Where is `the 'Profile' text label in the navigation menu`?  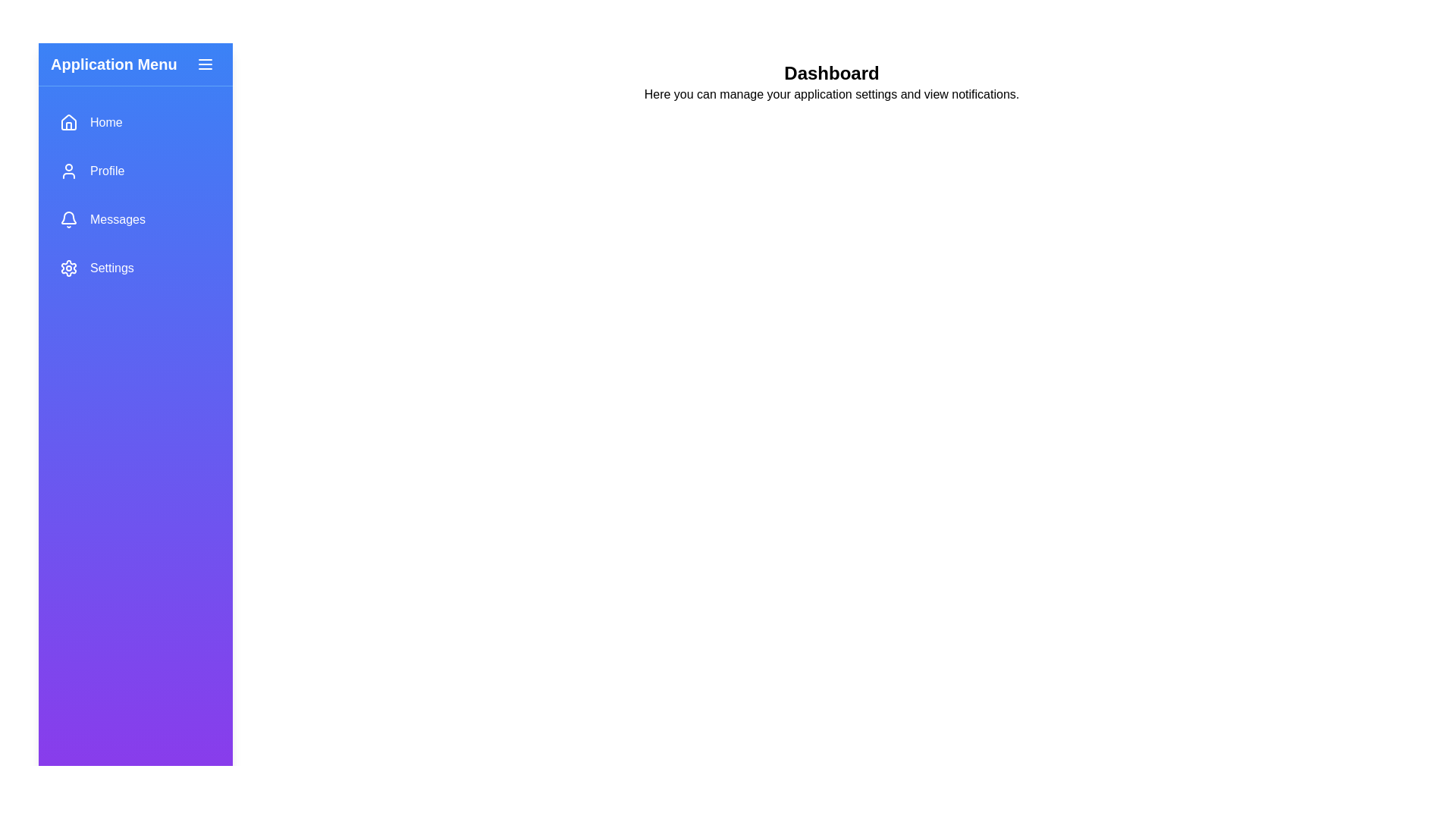
the 'Profile' text label in the navigation menu is located at coordinates (106, 171).